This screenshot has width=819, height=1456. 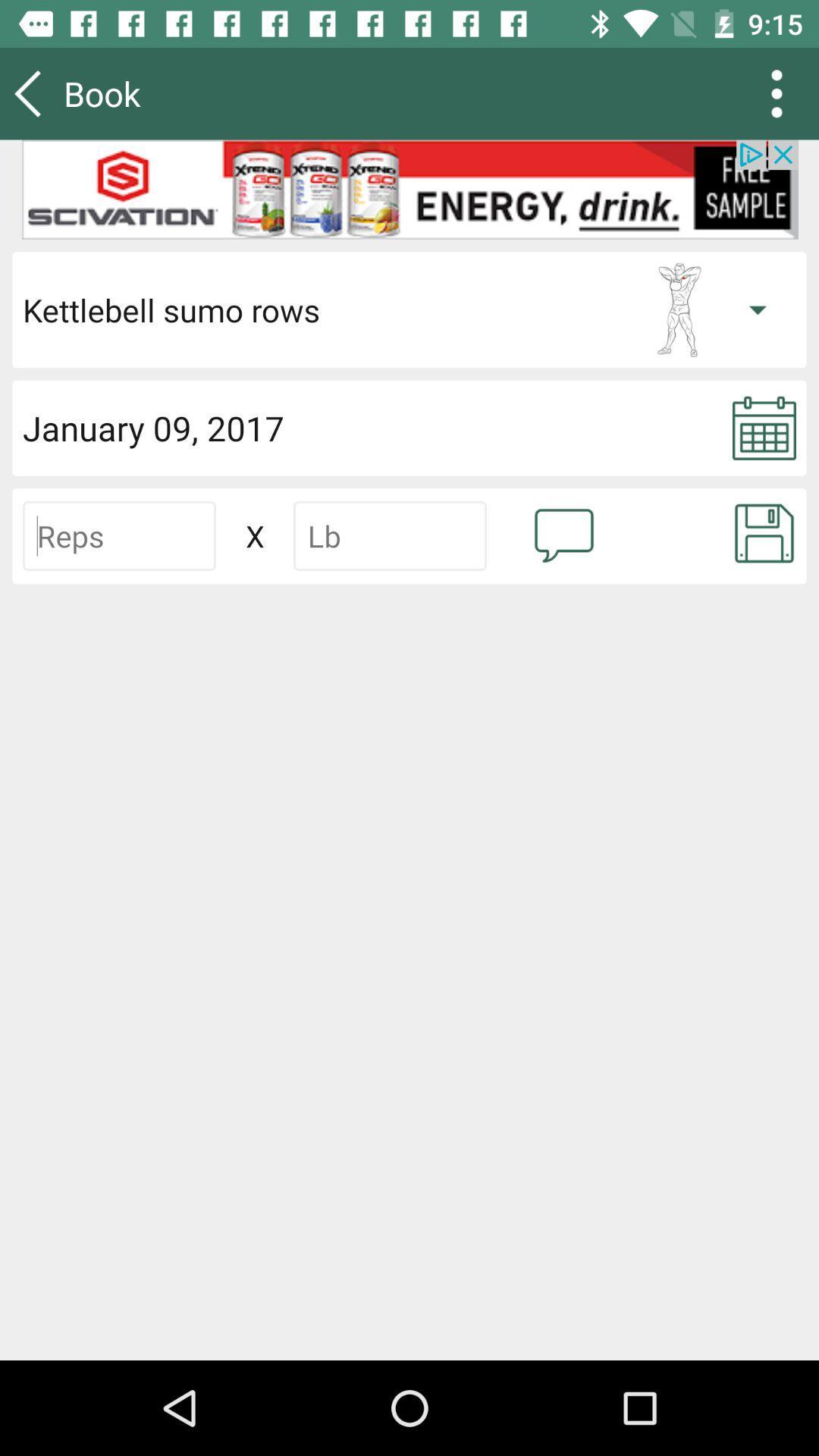 I want to click on reps option, so click(x=118, y=535).